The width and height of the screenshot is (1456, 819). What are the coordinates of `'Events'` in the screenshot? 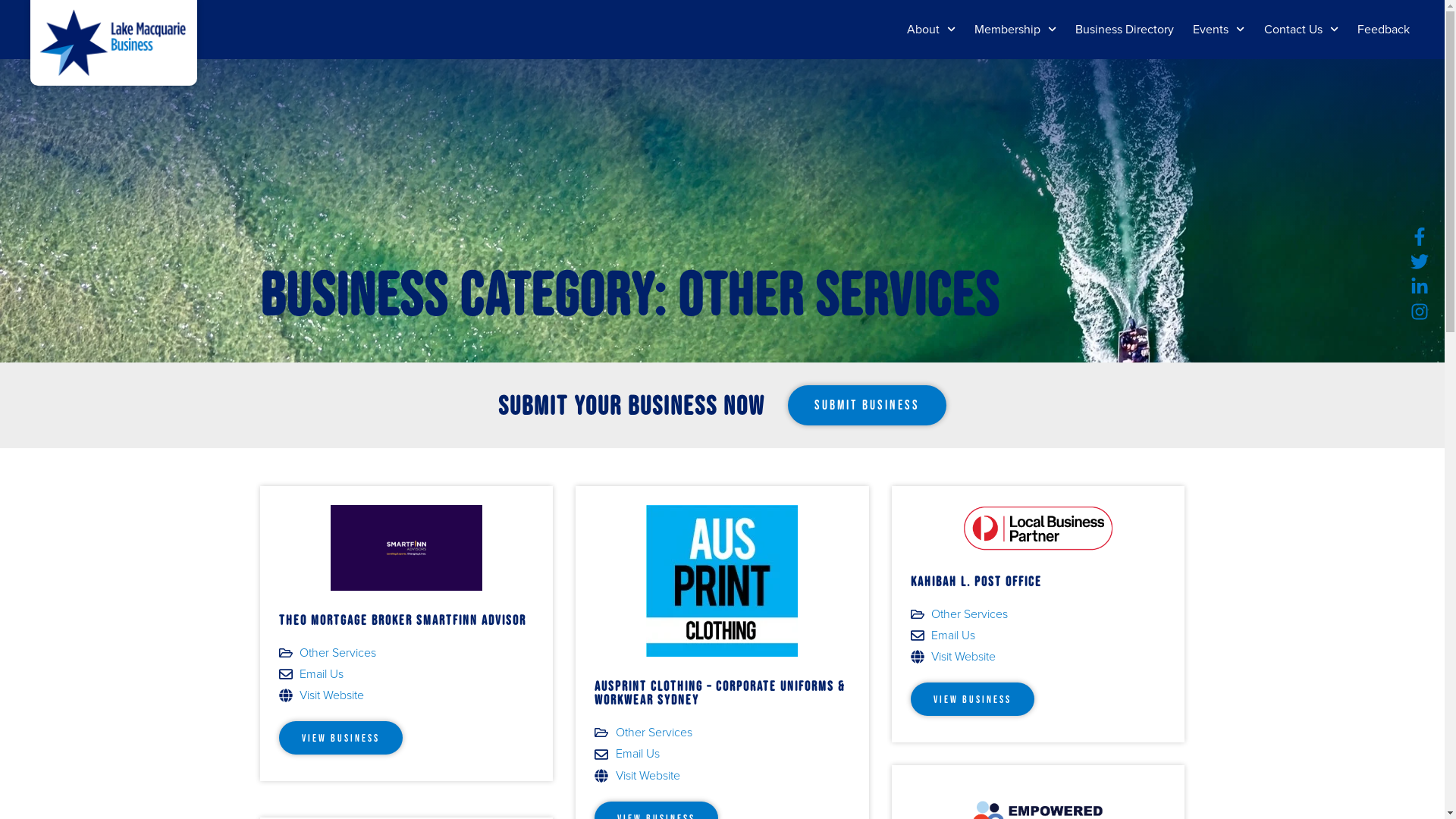 It's located at (1219, 29).